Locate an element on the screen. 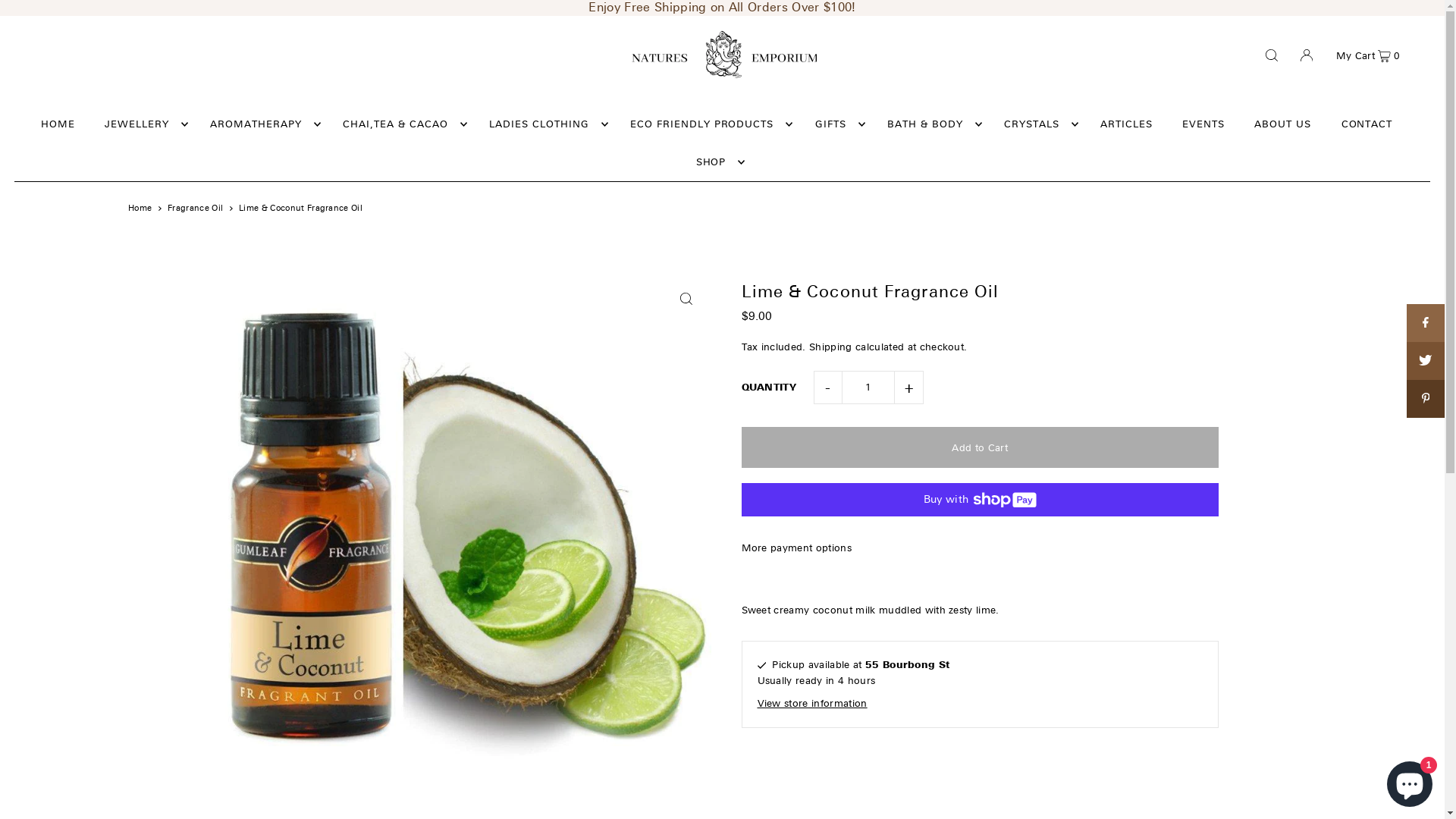  'HOME' is located at coordinates (58, 124).